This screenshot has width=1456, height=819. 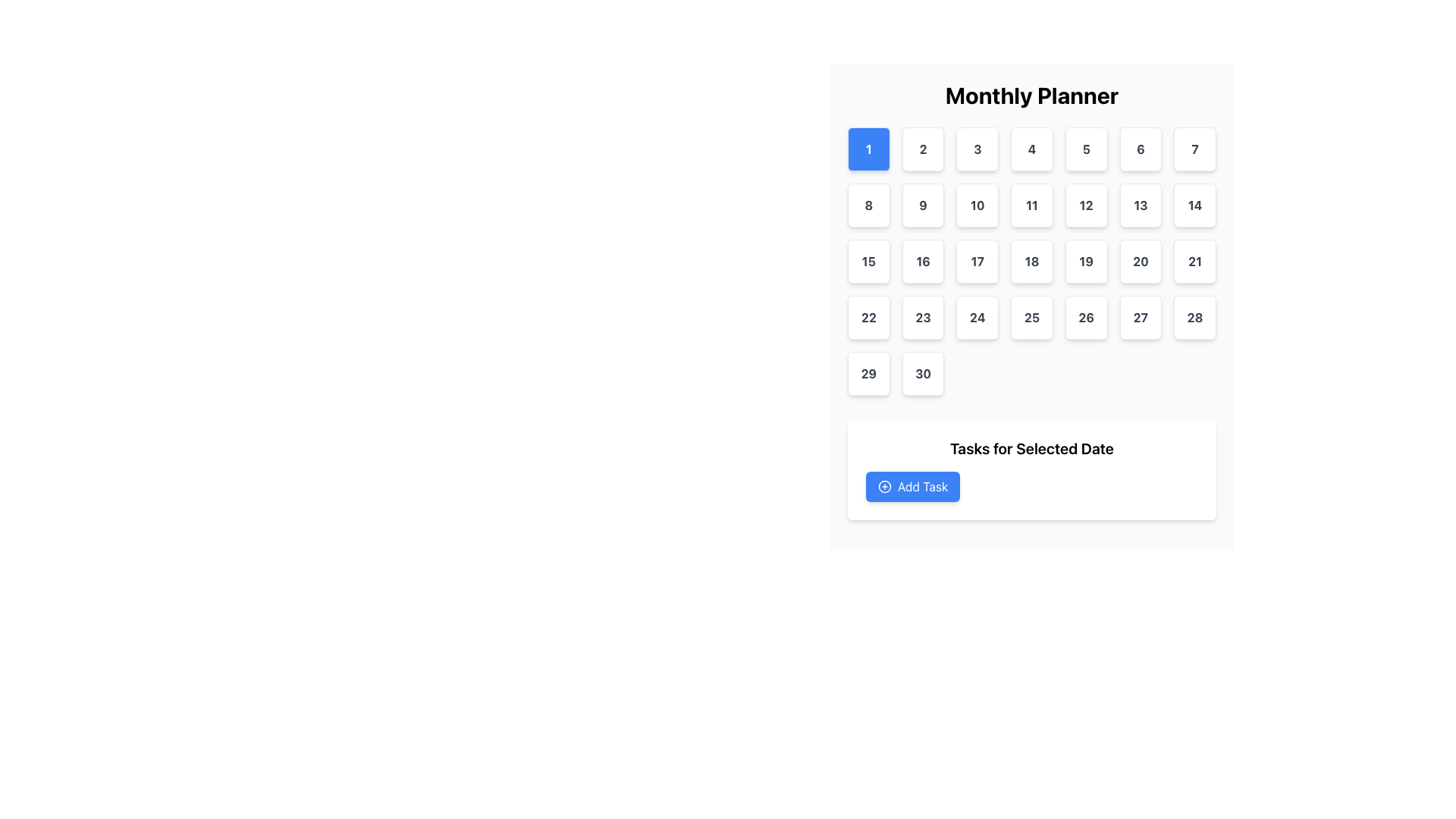 I want to click on the selectable date button in the calendar view located in the first column of the fourth row, which is between the elements labeled '15' and '29', so click(x=868, y=317).